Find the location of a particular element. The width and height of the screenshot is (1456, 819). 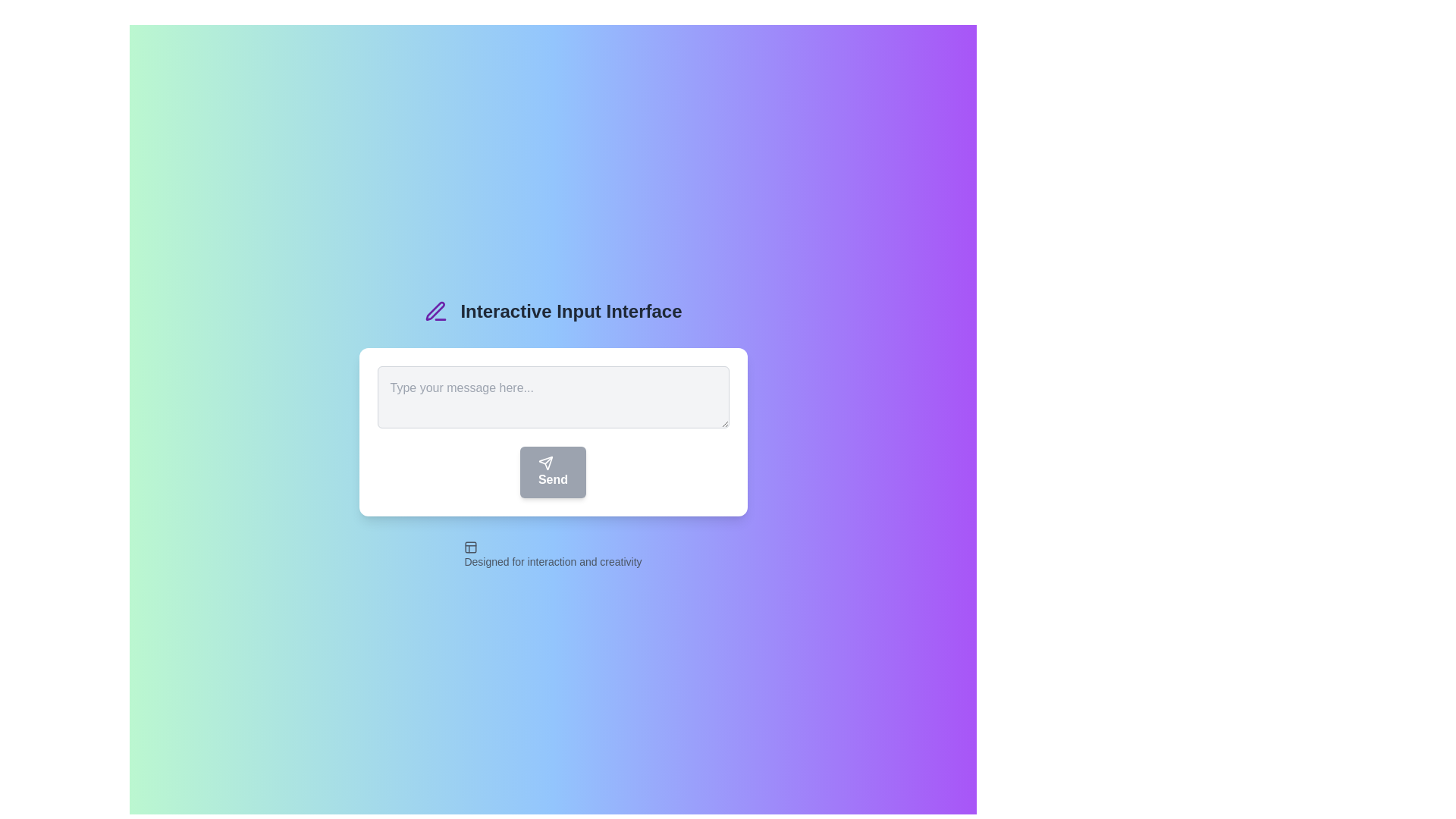

the icon resembling a layout grid with a diagonal division and an L-shape subdivision, located to the left of the text 'Designed for interaction and creativity' is located at coordinates (470, 547).